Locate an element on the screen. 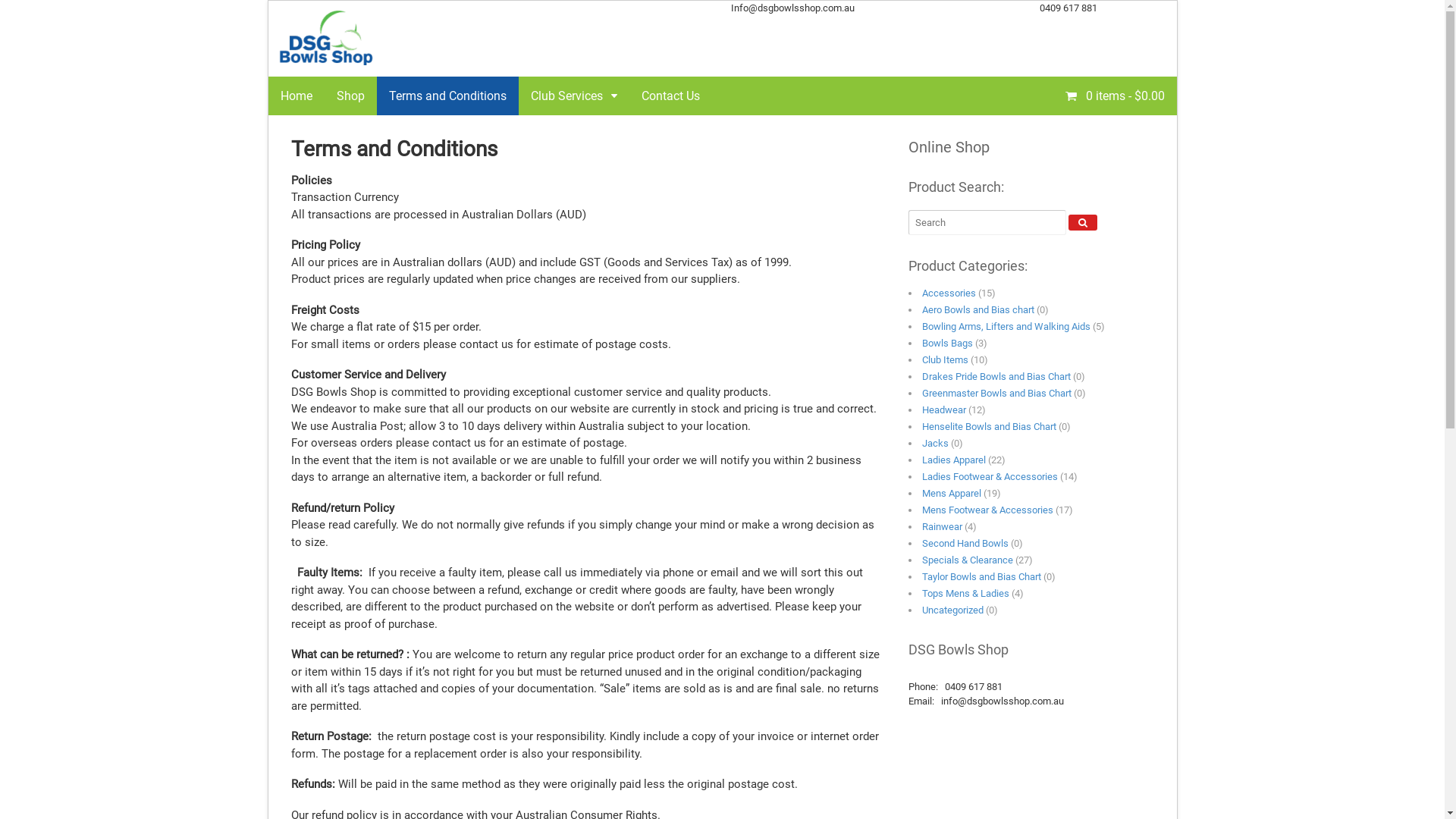  'Taylor Bowls and Bias Chart' is located at coordinates (981, 576).